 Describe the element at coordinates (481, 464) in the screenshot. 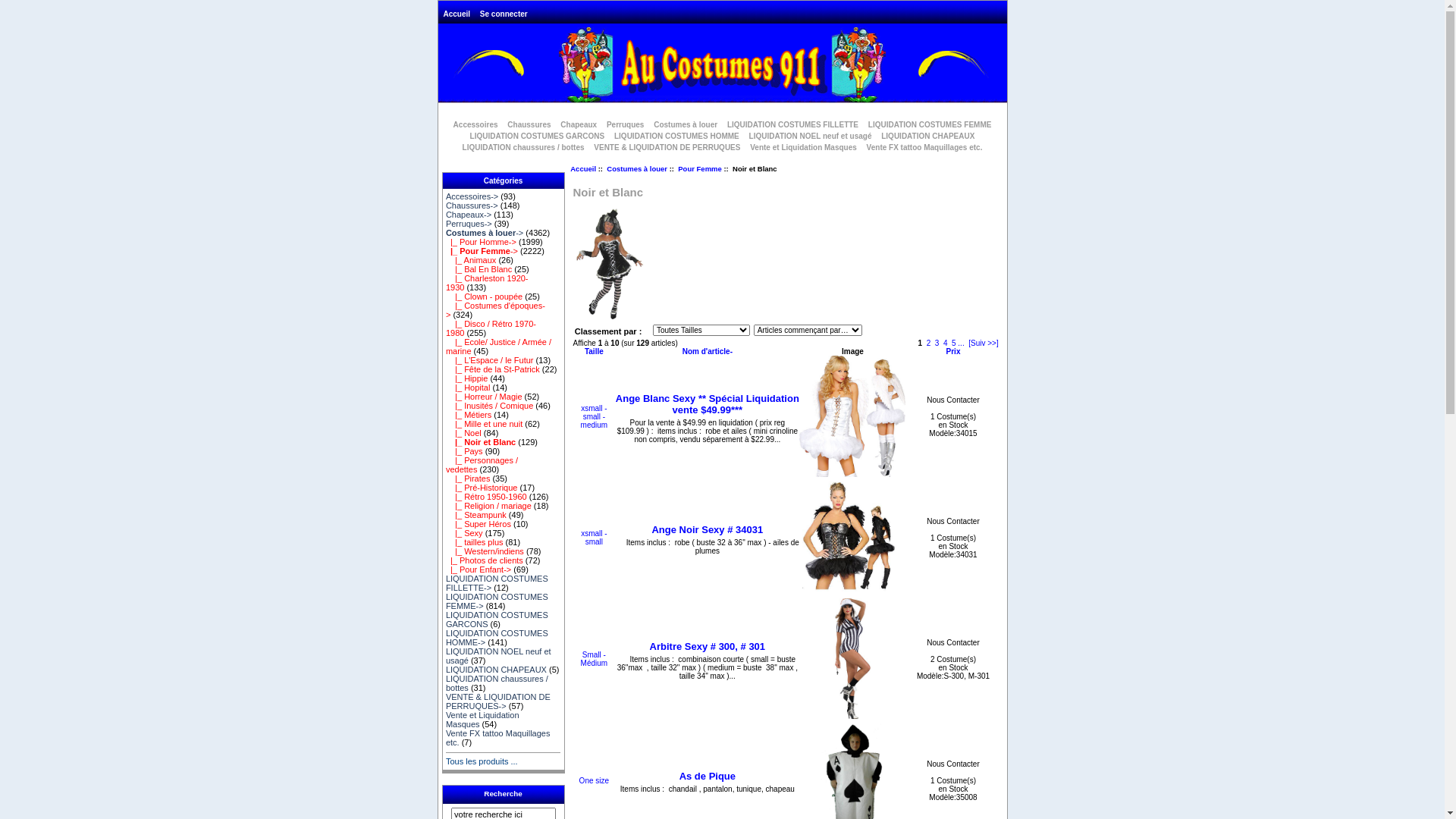

I see `'    |_ Personnages / vedettes'` at that location.